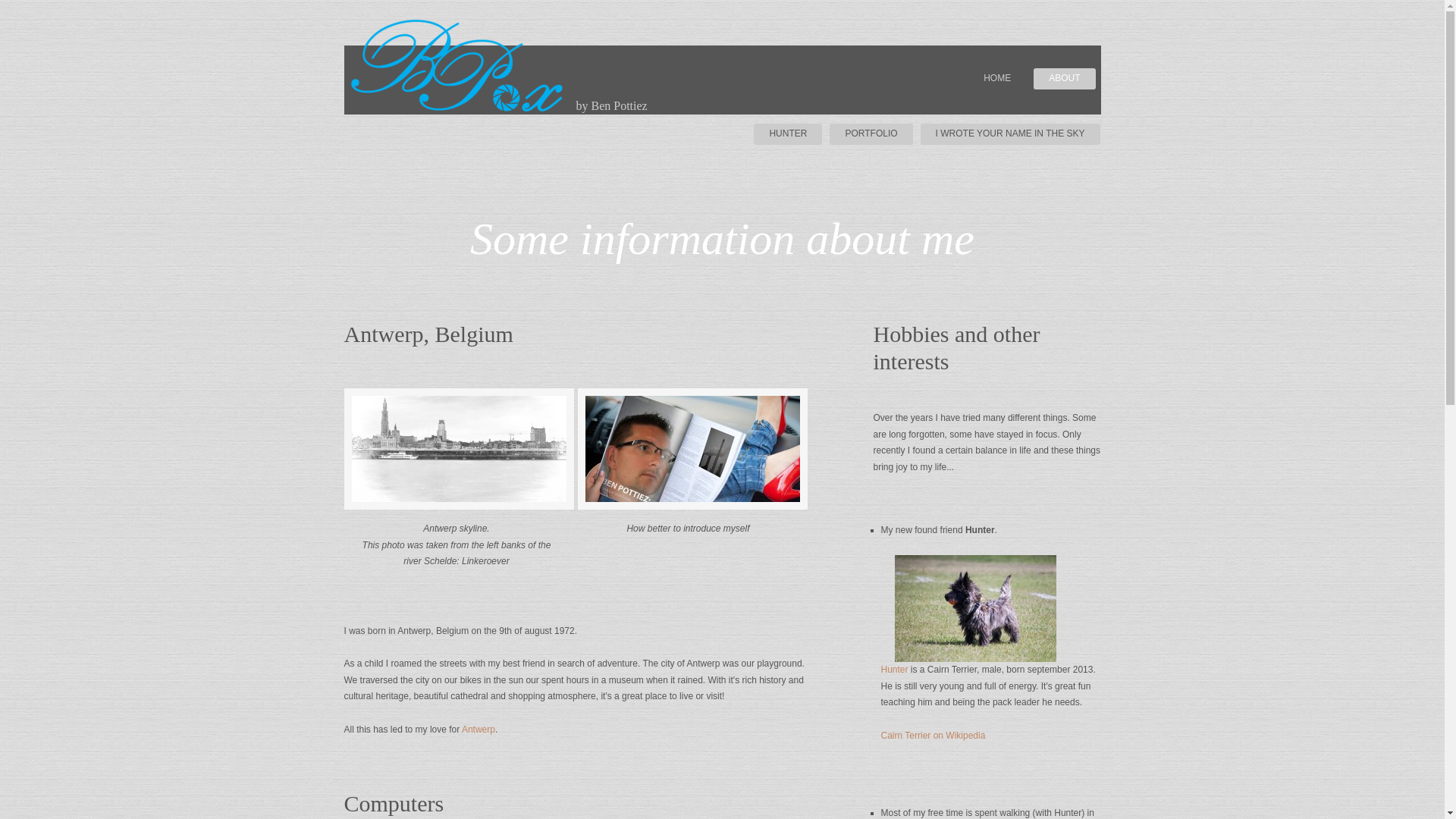 This screenshot has width=1456, height=819. What do you see at coordinates (895, 669) in the screenshot?
I see `'Hunter'` at bounding box center [895, 669].